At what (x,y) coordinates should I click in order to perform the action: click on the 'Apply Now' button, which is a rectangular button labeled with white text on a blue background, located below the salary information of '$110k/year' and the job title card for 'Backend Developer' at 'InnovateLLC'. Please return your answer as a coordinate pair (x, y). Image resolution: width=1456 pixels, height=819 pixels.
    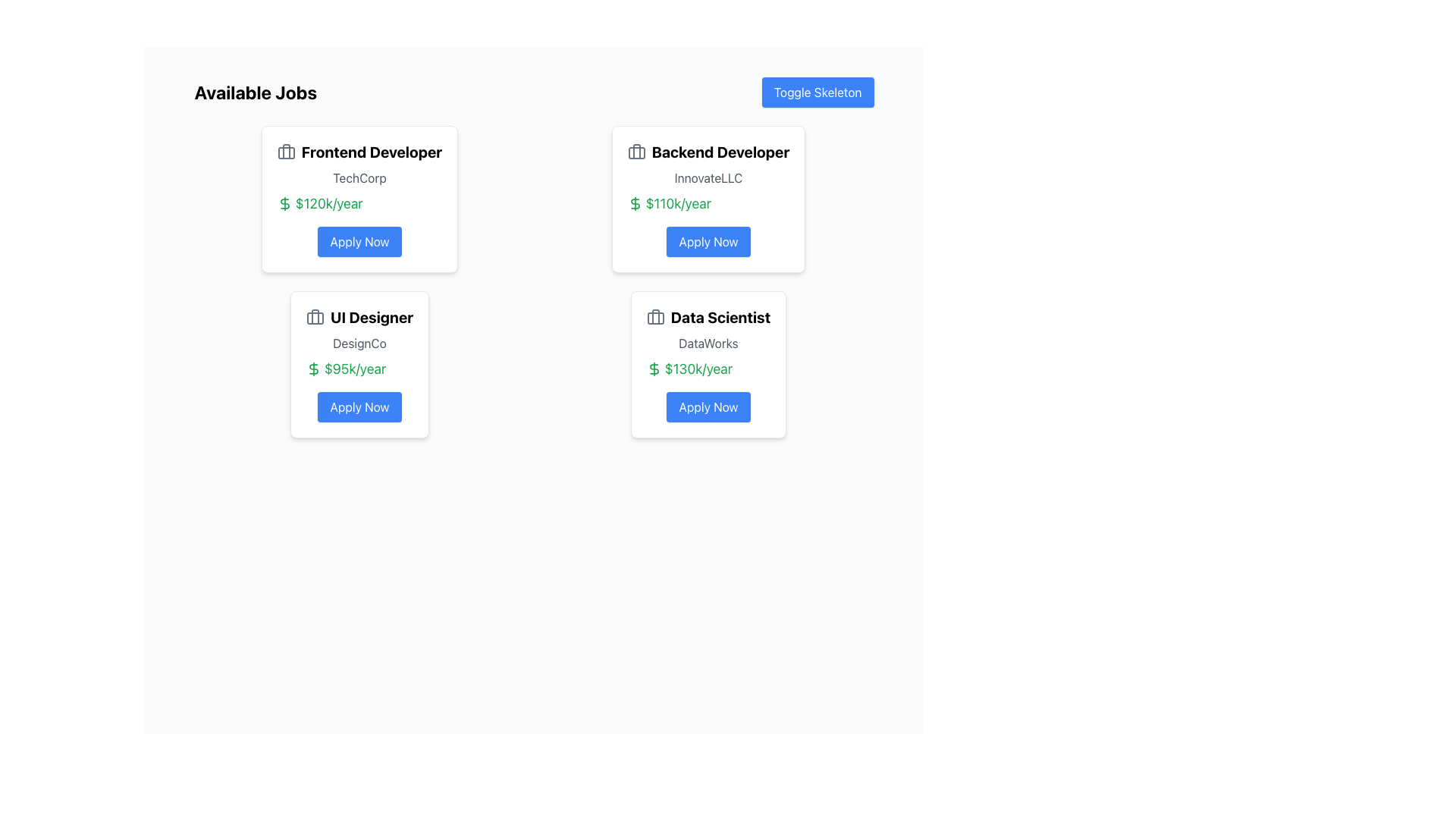
    Looking at the image, I should click on (708, 241).